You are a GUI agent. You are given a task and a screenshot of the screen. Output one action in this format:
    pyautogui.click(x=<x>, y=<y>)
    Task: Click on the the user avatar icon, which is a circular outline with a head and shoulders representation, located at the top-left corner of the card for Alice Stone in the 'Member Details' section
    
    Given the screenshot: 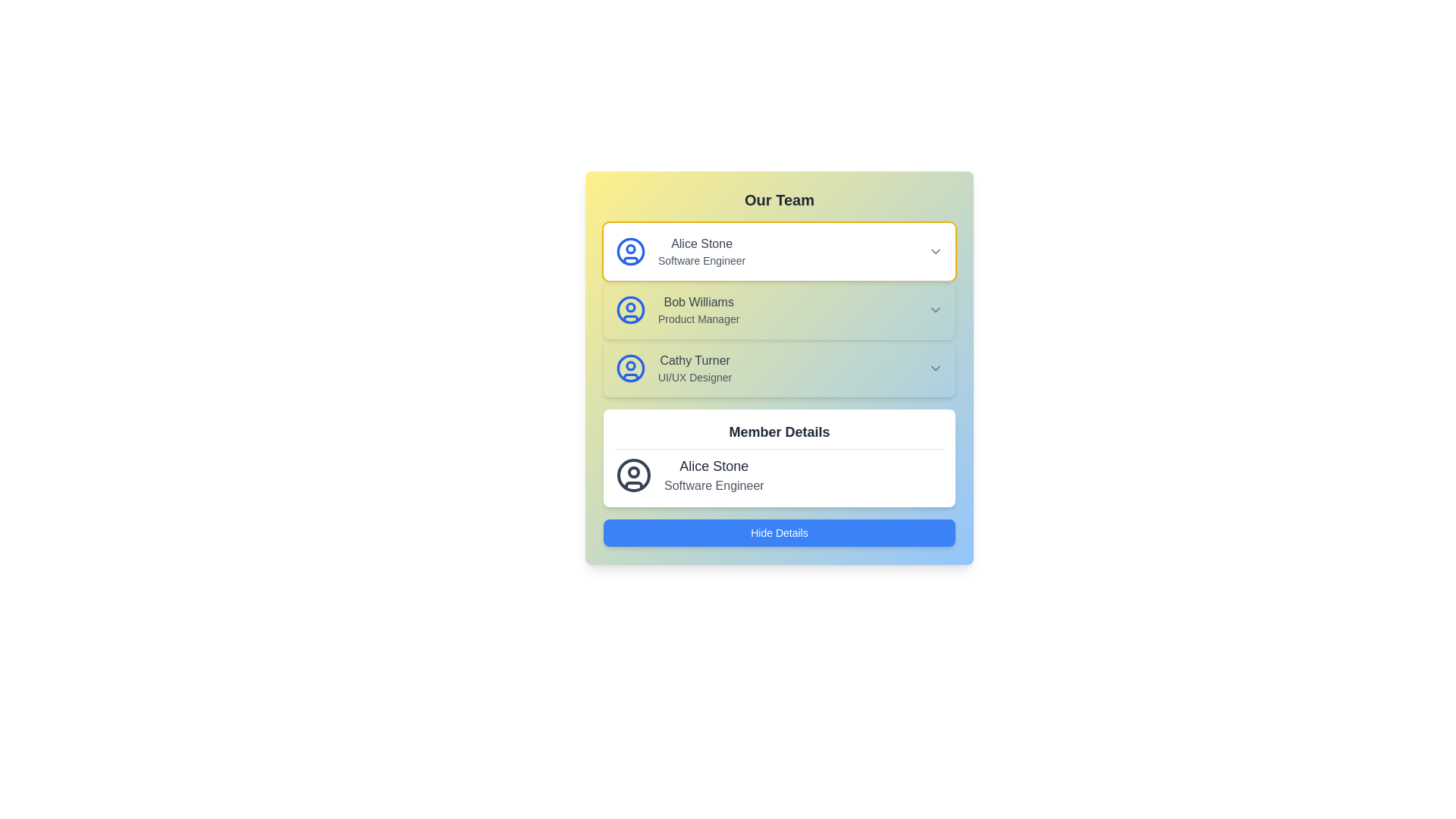 What is the action you would take?
    pyautogui.click(x=633, y=475)
    